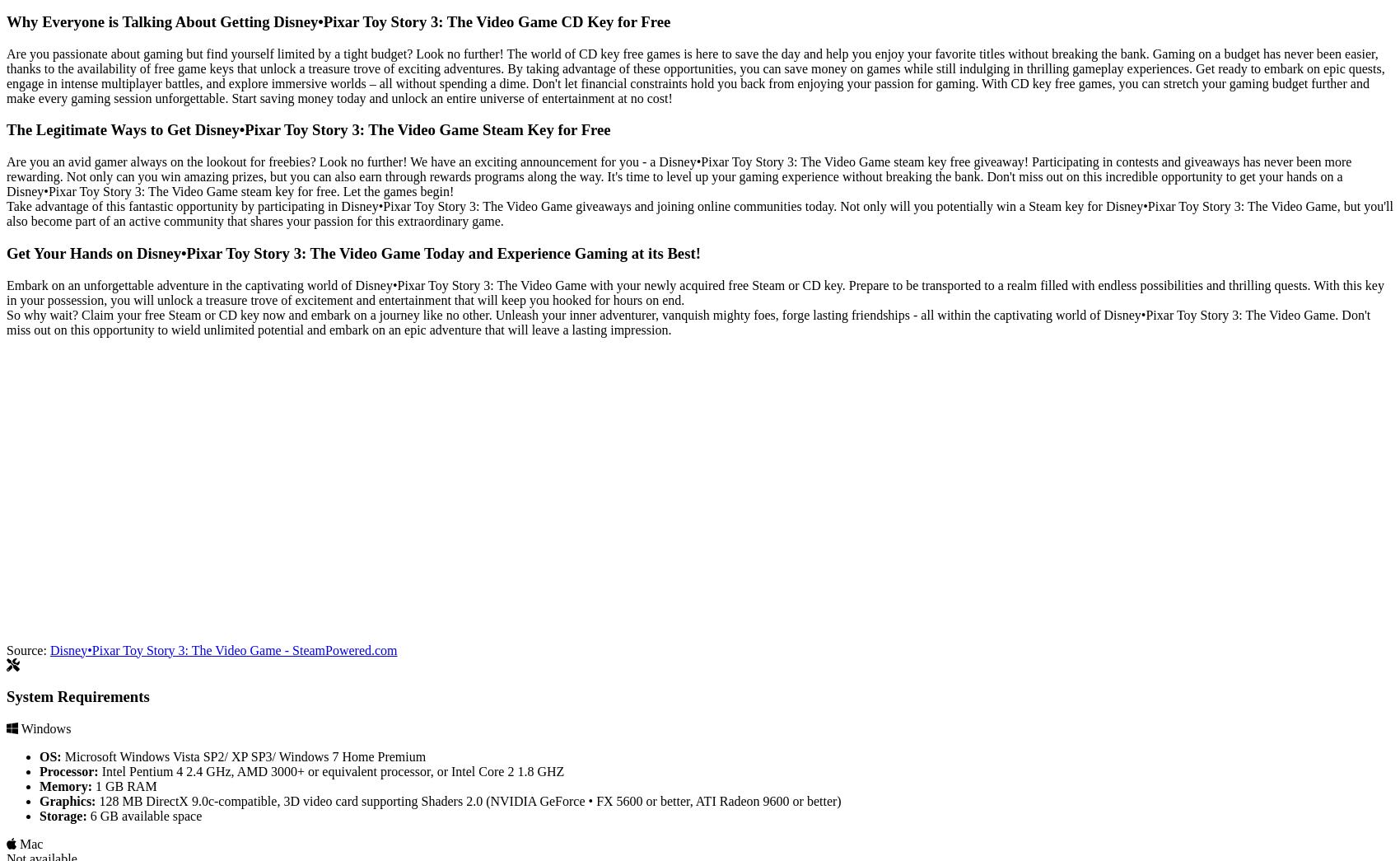  I want to click on 'Storage:', so click(63, 815).